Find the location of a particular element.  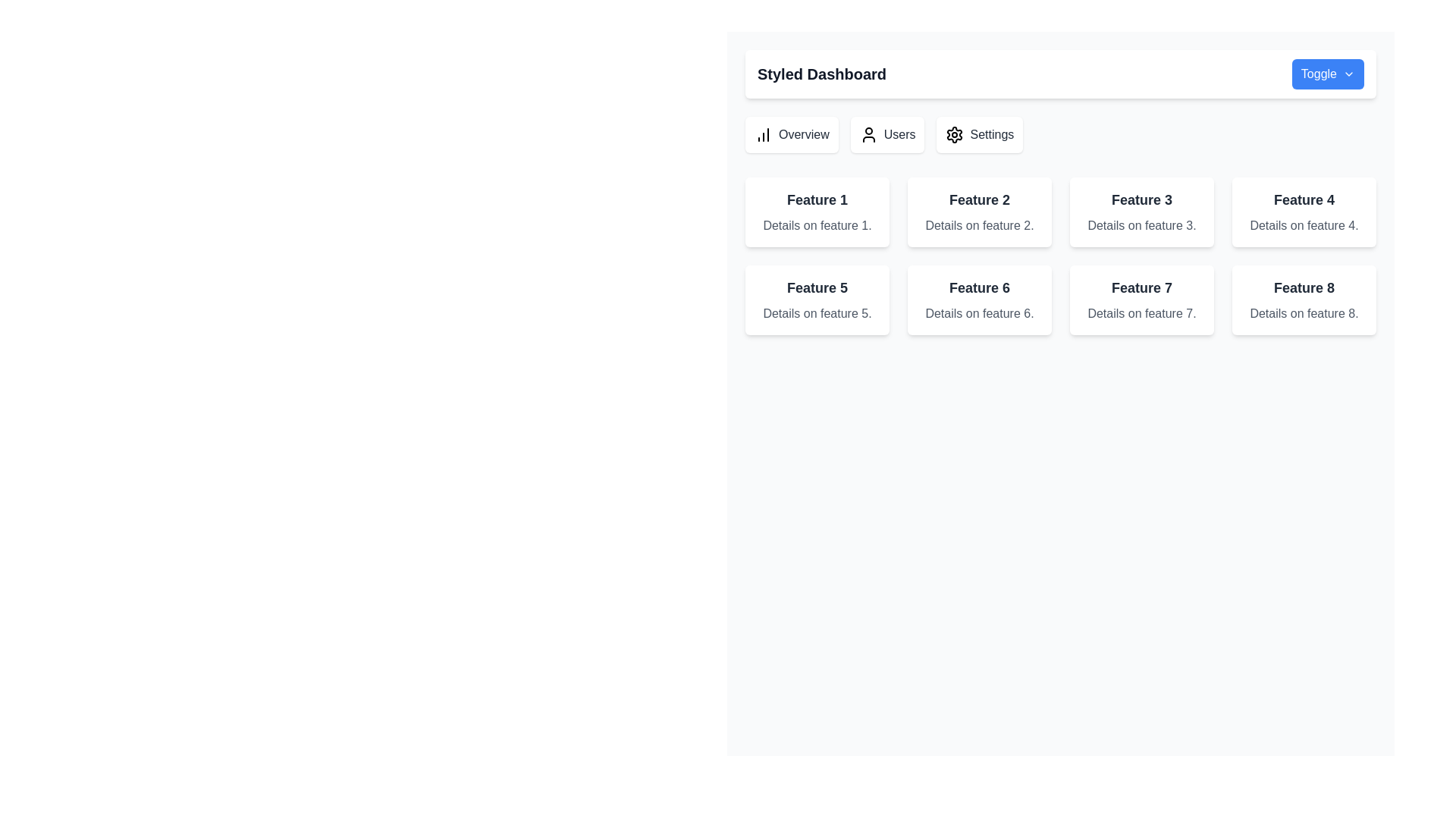

the descriptive text element located inside the card for 'Feature 1' in the first column of the grid layout is located at coordinates (817, 225).